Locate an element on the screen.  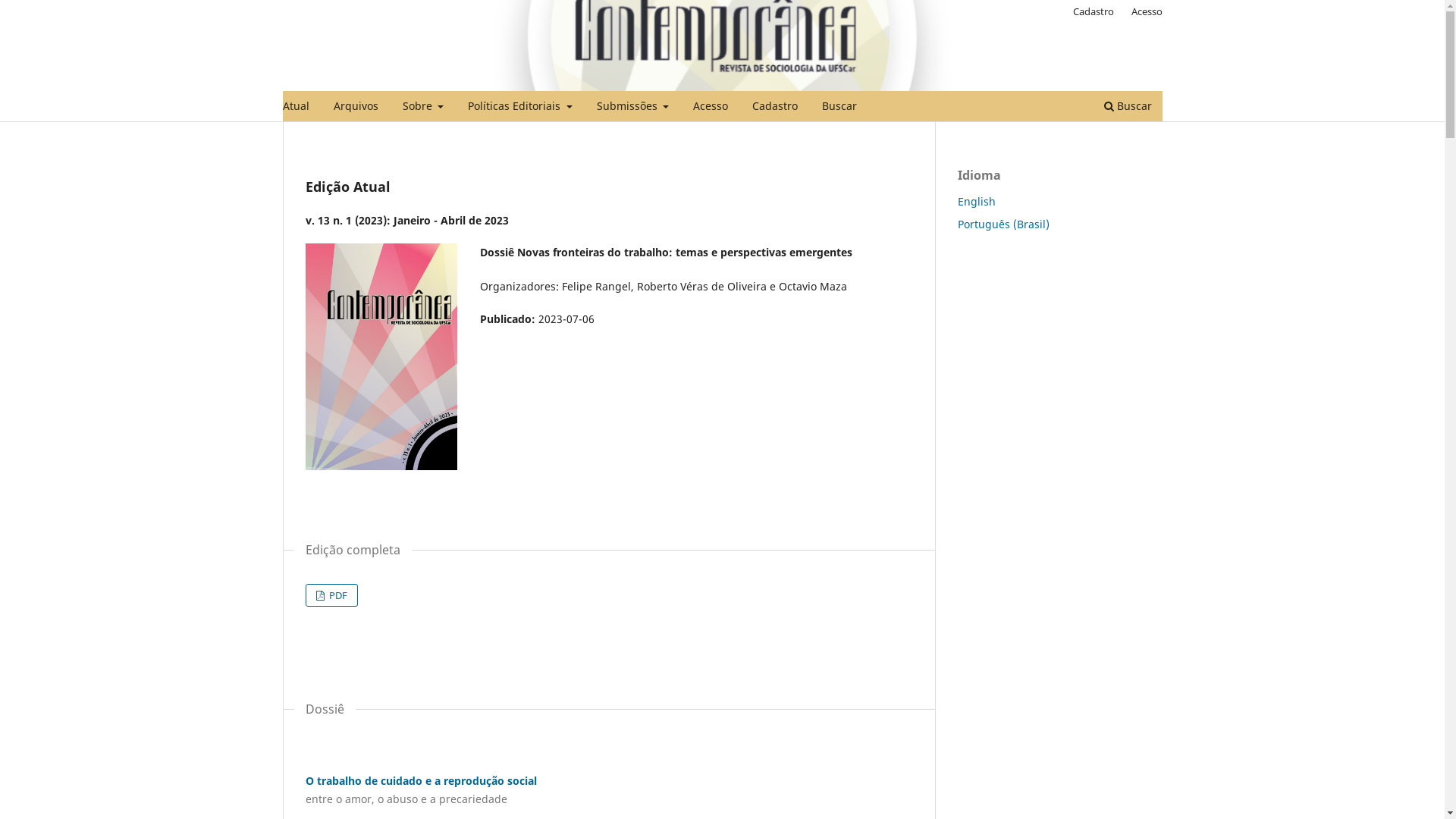
'Acesso' is located at coordinates (709, 107).